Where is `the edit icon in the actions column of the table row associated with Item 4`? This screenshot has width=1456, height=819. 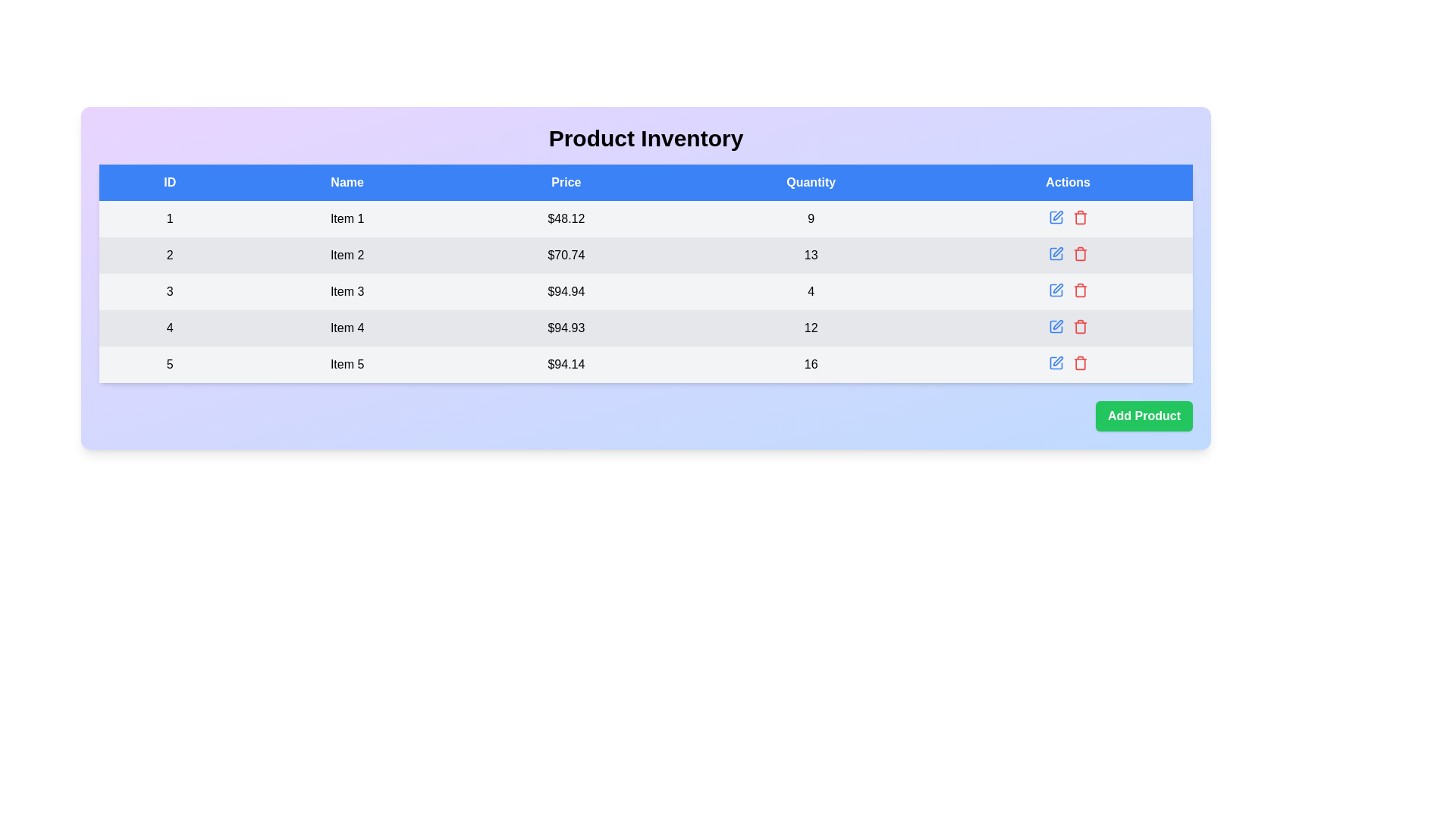
the edit icon in the actions column of the table row associated with Item 4 is located at coordinates (1066, 326).